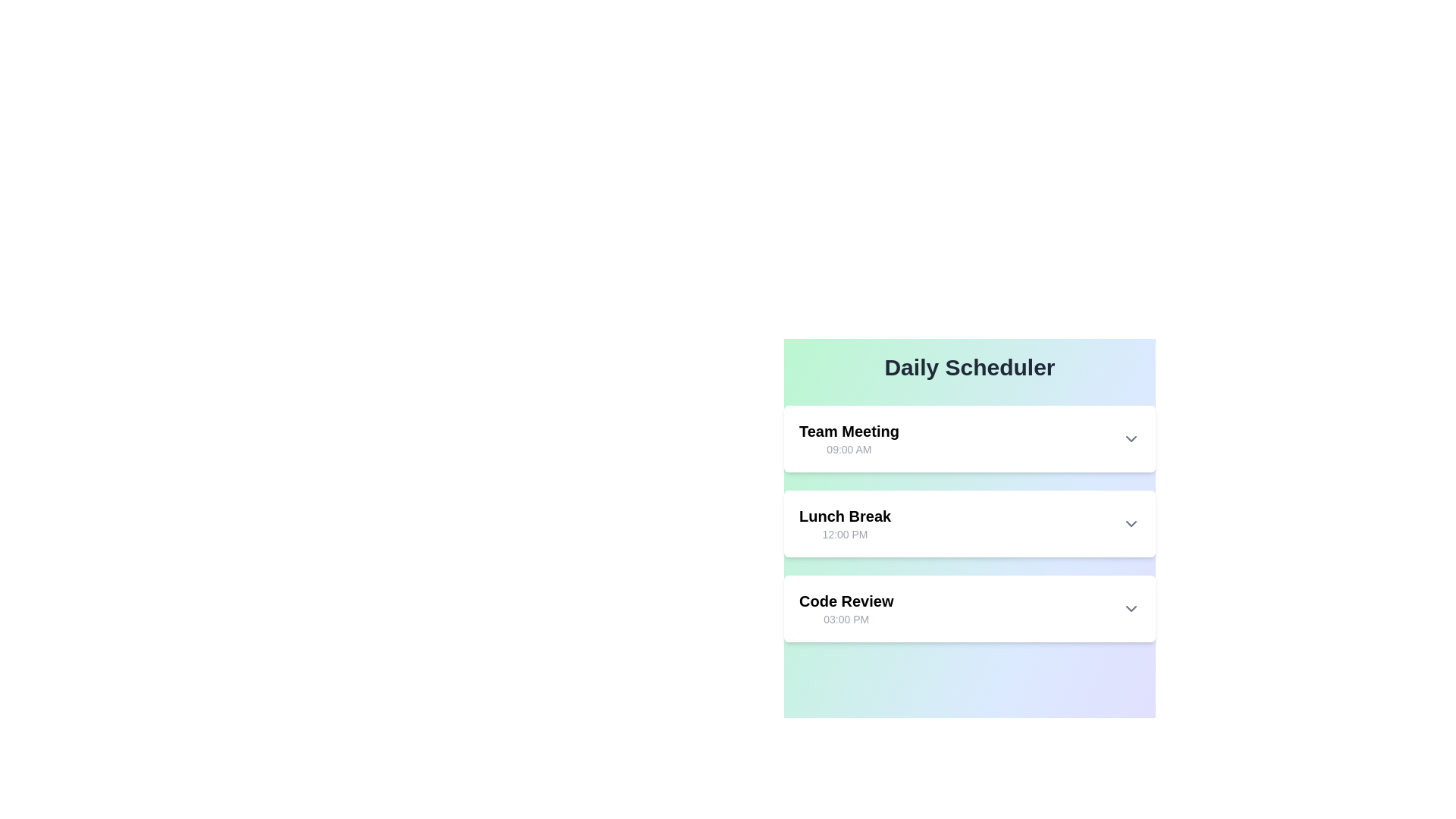 This screenshot has width=1456, height=819. I want to click on the Text Label displaying the scheduled start time for the 'Team Meeting' located below the title in the 'Daily Scheduler' section, so click(848, 449).